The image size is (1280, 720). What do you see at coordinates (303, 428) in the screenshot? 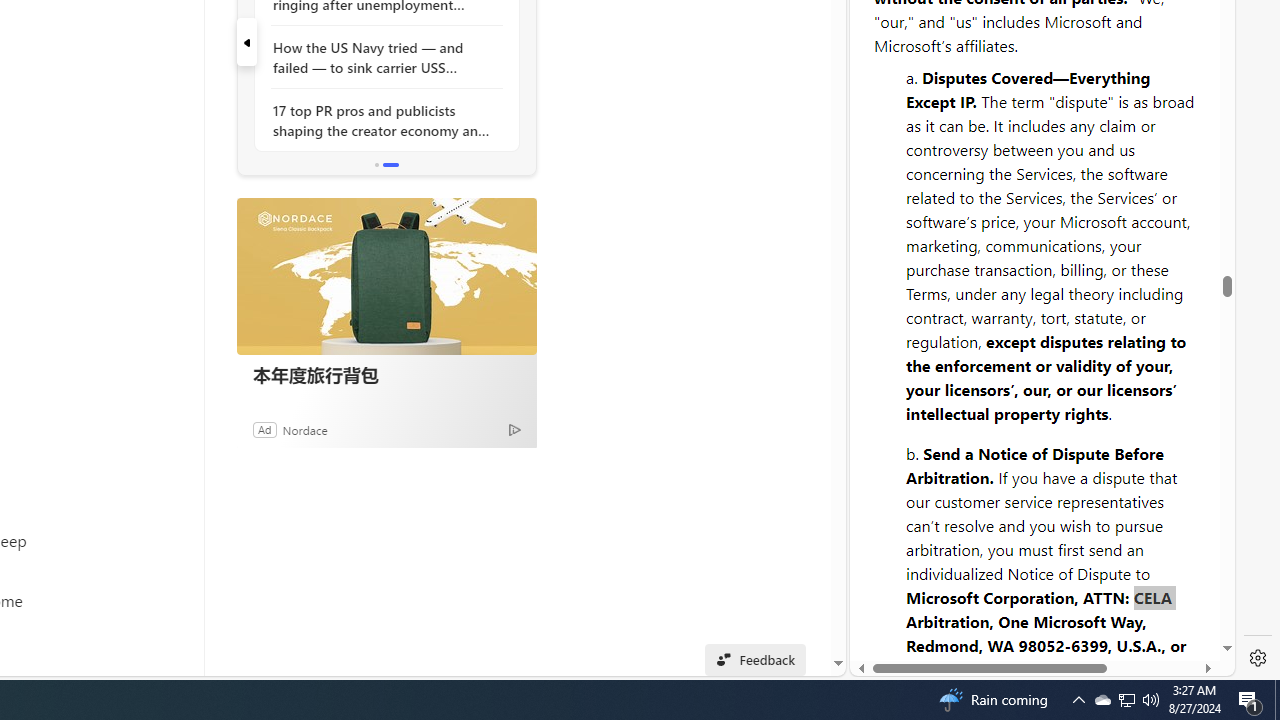
I see `'Nordace'` at bounding box center [303, 428].